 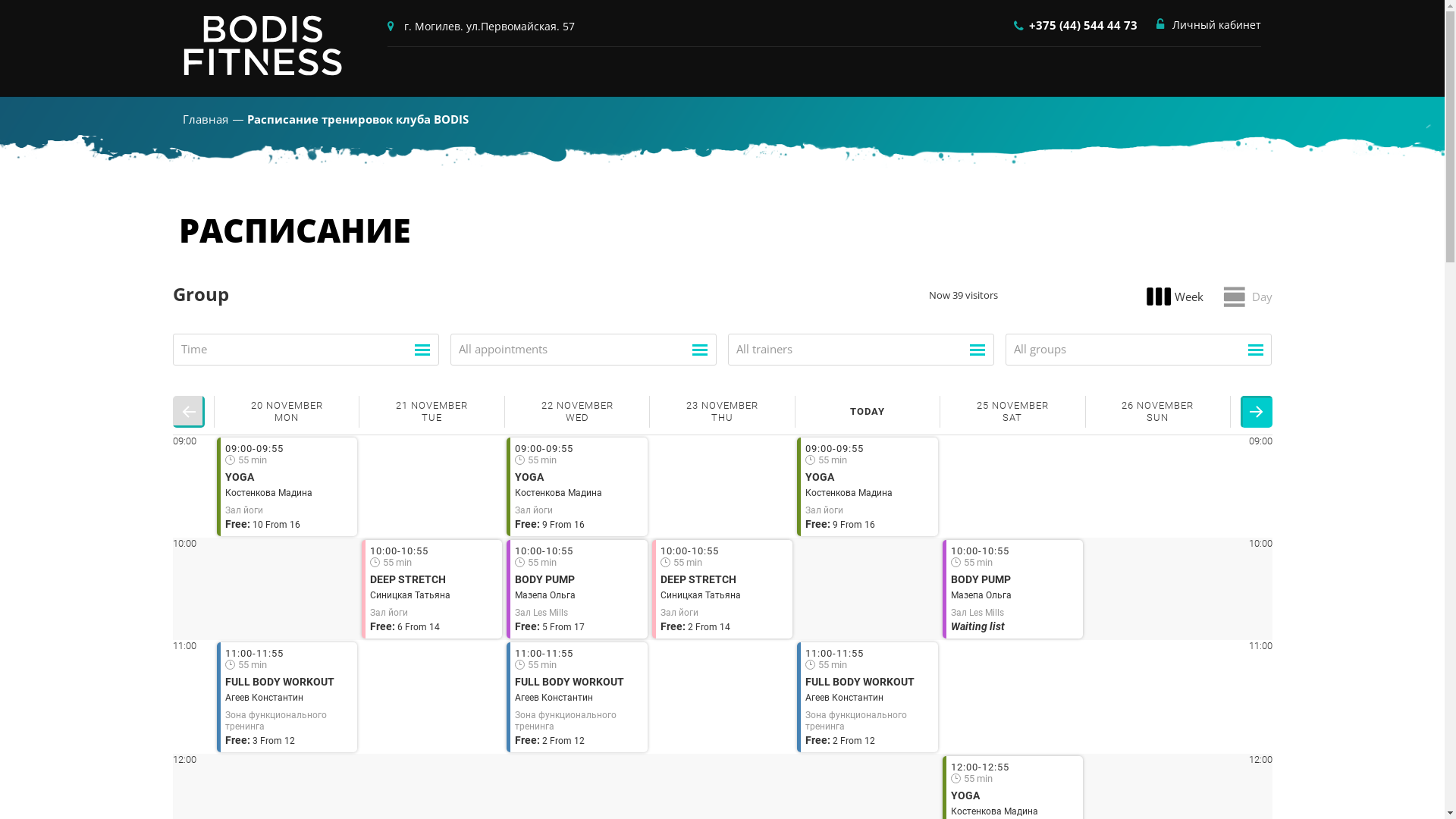 I want to click on 'Next', so click(x=1256, y=412).